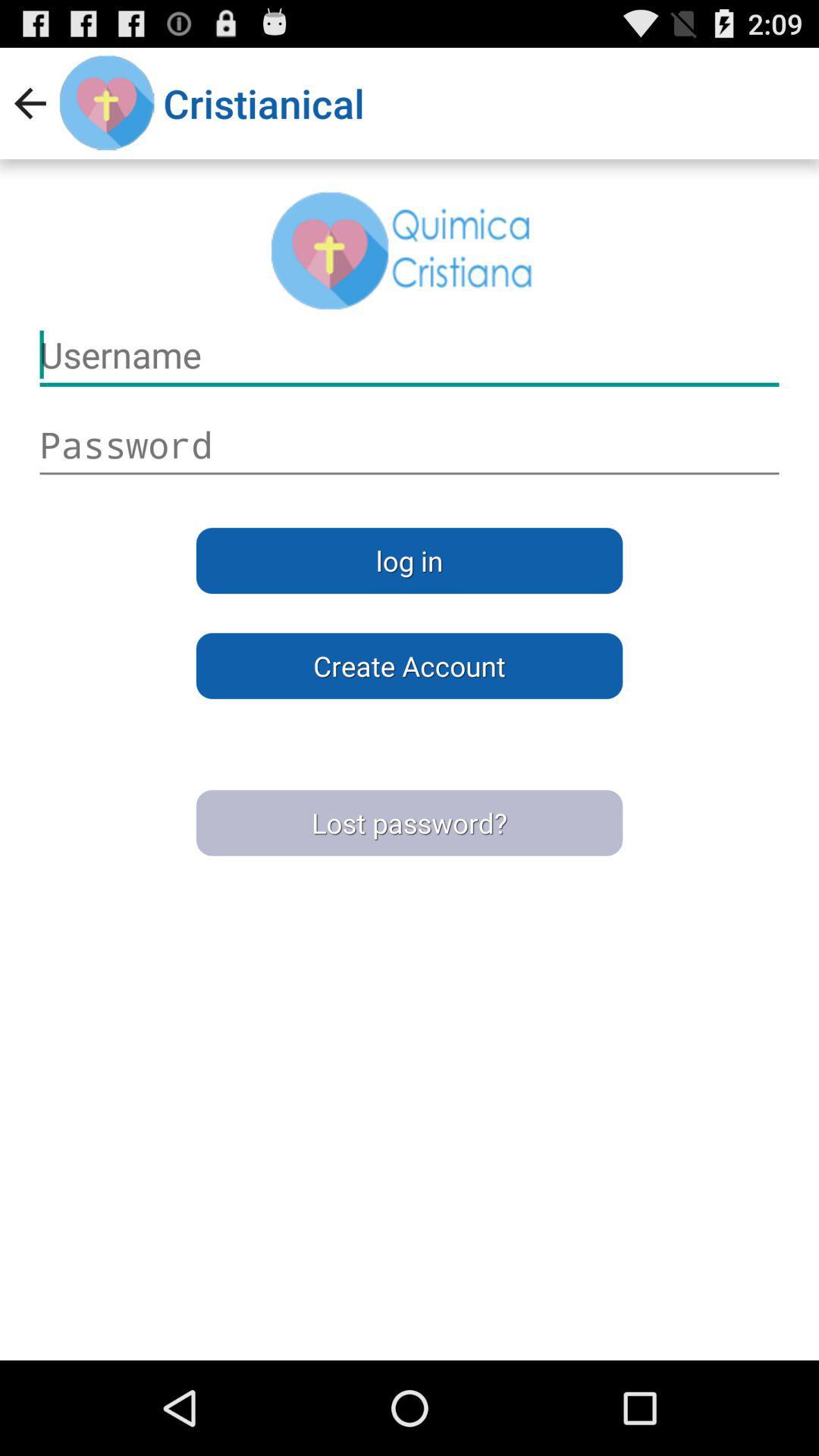 This screenshot has width=819, height=1456. I want to click on the item below create account item, so click(409, 822).